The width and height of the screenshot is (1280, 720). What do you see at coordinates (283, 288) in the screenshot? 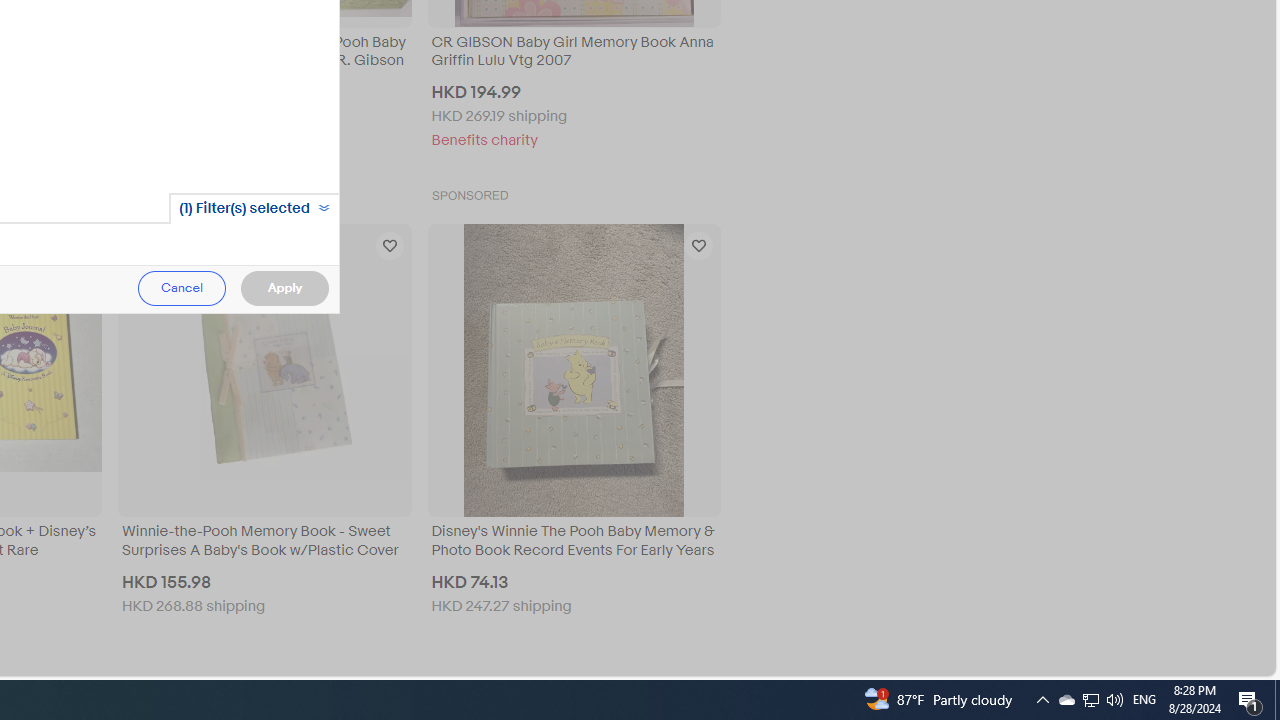
I see `'Apply'` at bounding box center [283, 288].